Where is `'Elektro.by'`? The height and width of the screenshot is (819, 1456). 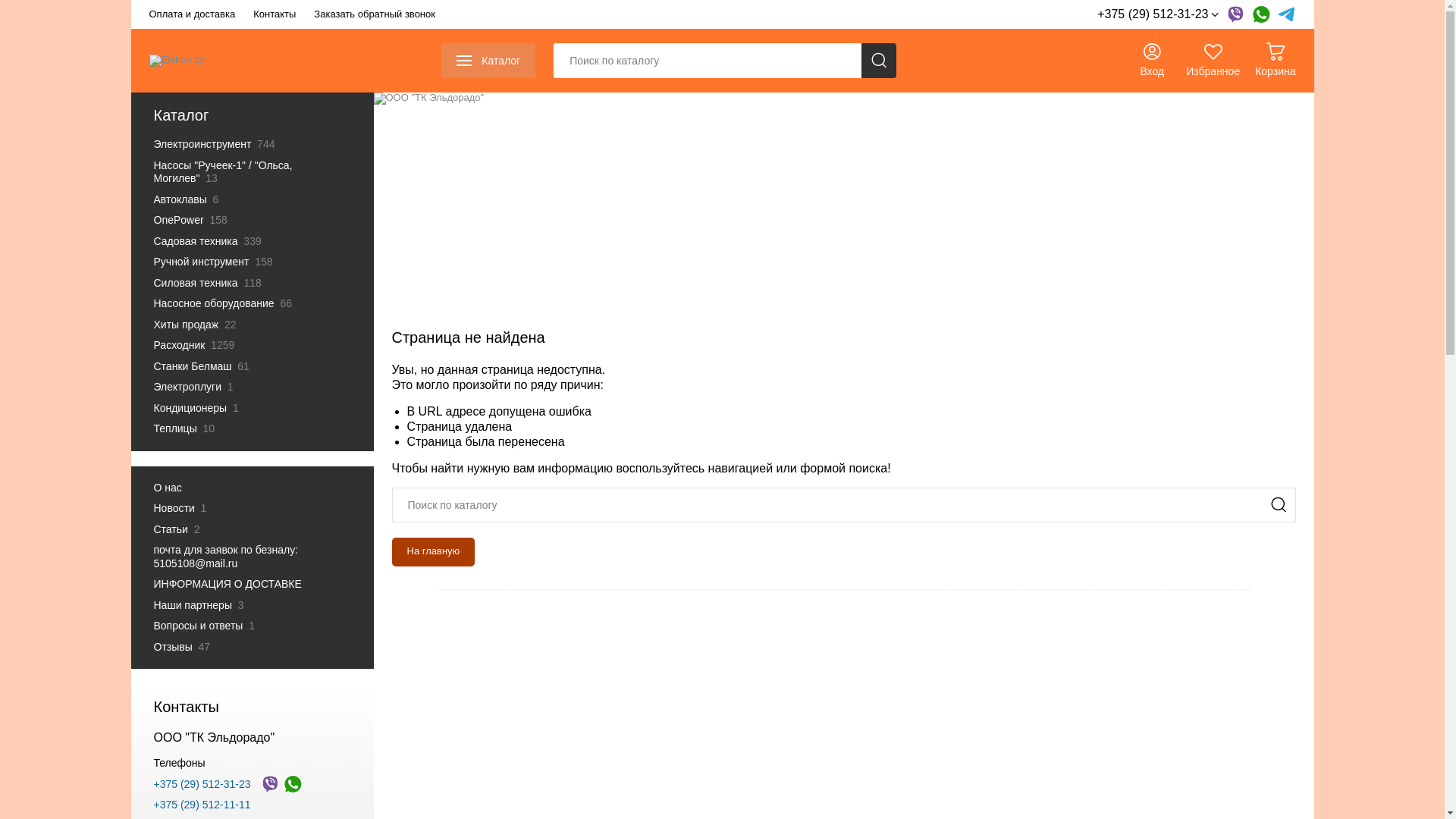
'Elektro.by' is located at coordinates (177, 60).